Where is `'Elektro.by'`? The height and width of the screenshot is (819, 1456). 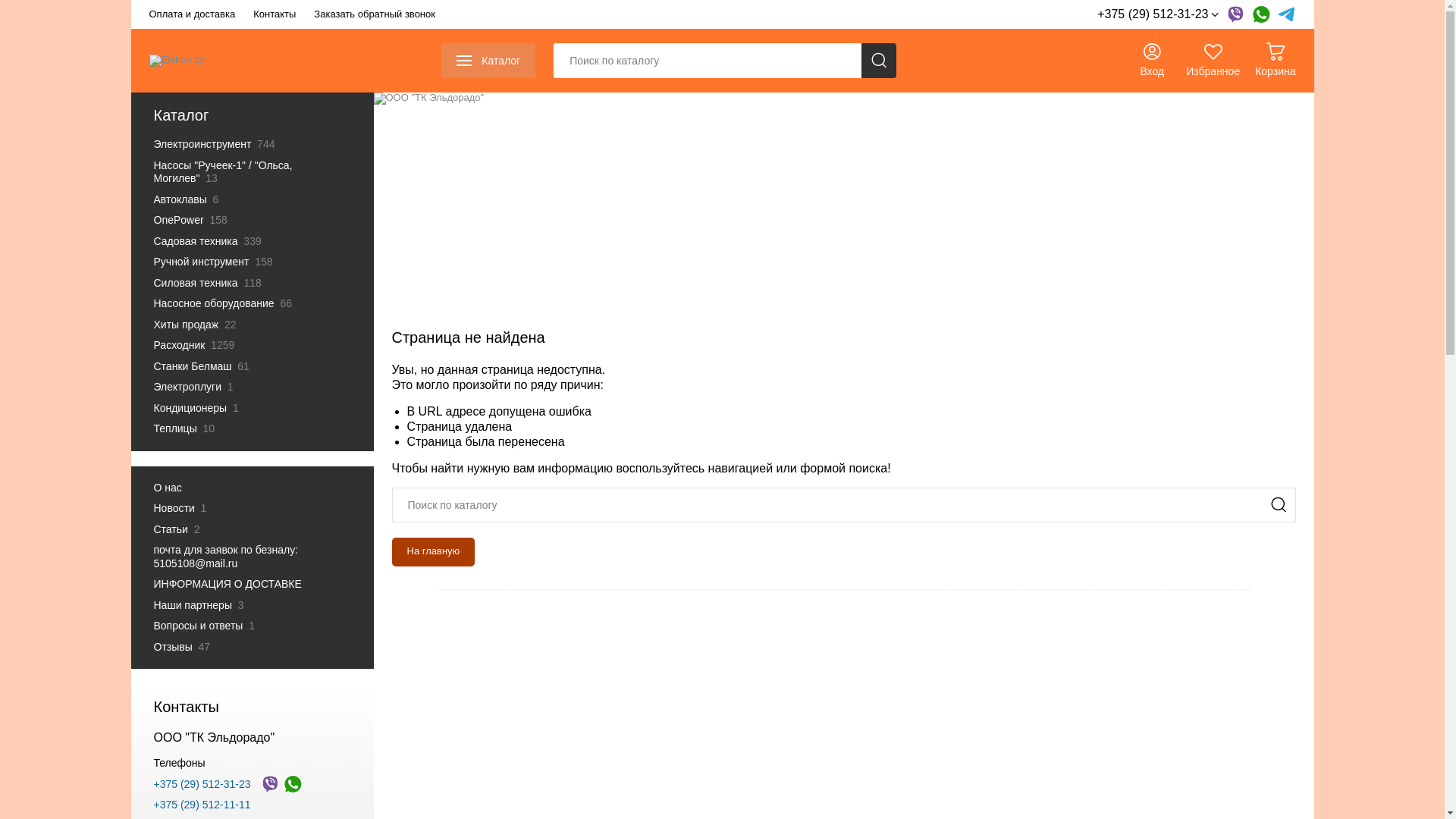
'Elektro.by' is located at coordinates (177, 60).